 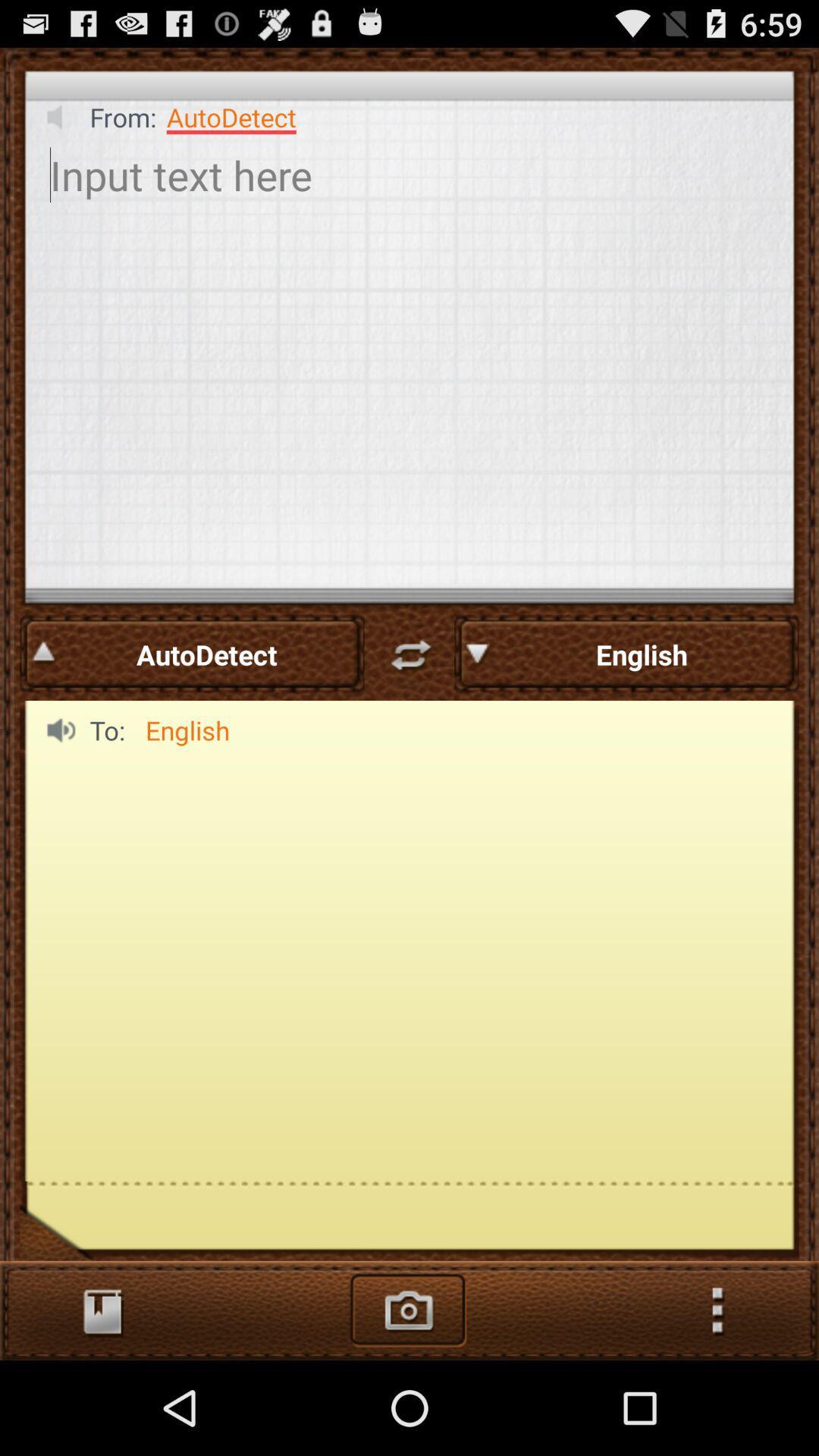 I want to click on the more icon, so click(x=717, y=1401).